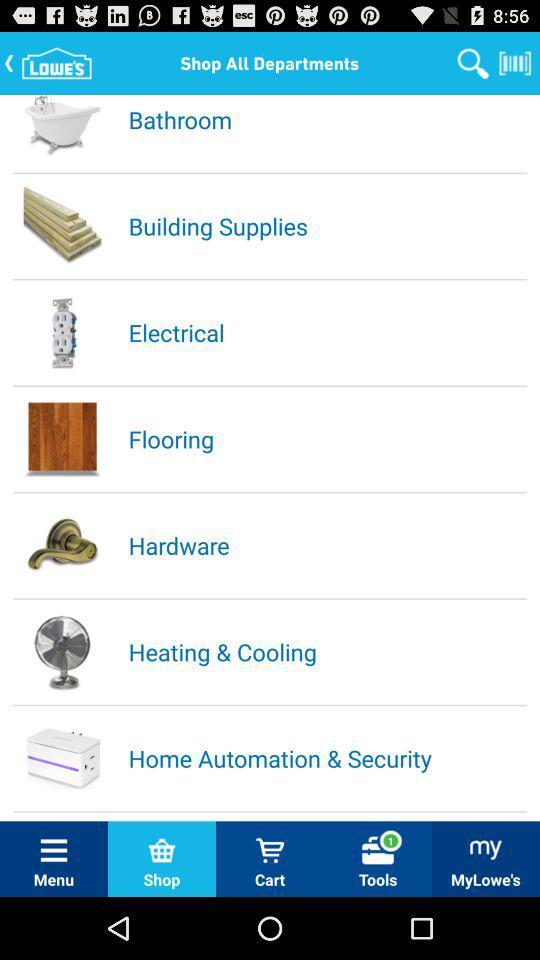 This screenshot has width=540, height=960. I want to click on icon above building supplies item, so click(326, 119).